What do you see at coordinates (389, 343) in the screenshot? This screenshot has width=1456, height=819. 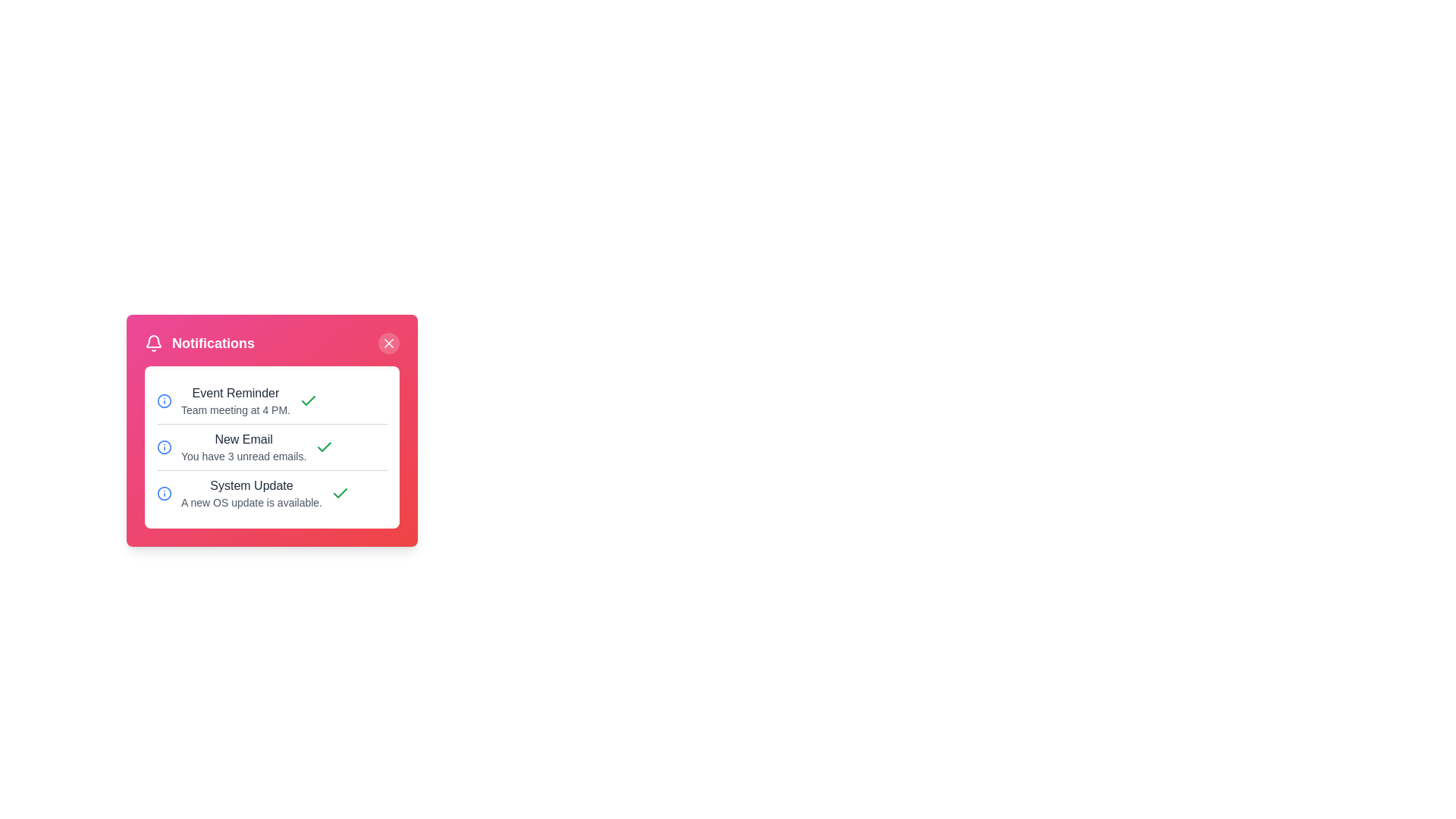 I see `the close button icon shaped like an 'X' within the red circular background located in the top-right corner of the Notifications panel to trigger the hover effect` at bounding box center [389, 343].